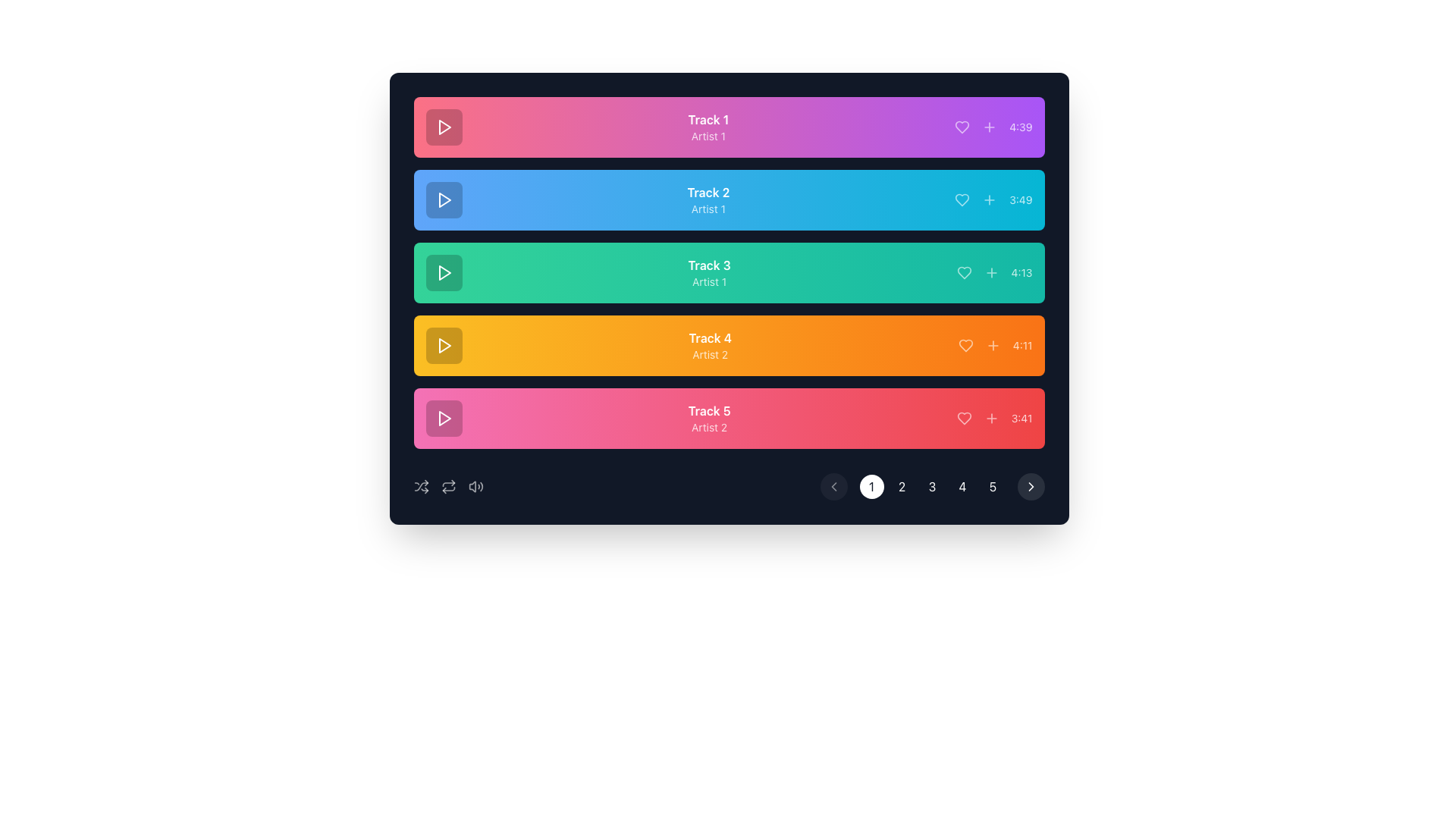 The height and width of the screenshot is (819, 1456). What do you see at coordinates (729, 345) in the screenshot?
I see `the icons in the composite UI element displaying 'Track 4'` at bounding box center [729, 345].